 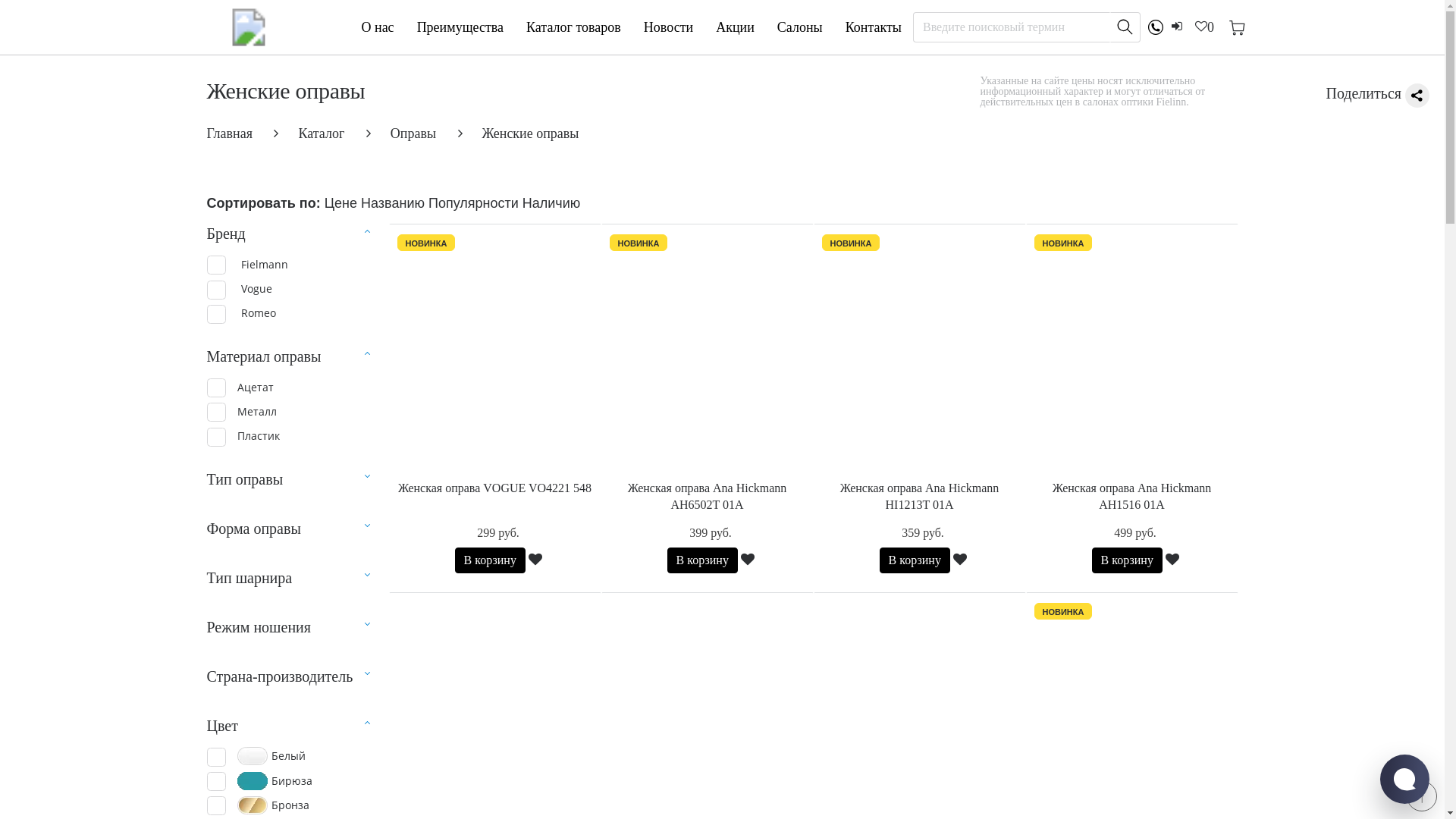 I want to click on 'Y', so click(x=215, y=387).